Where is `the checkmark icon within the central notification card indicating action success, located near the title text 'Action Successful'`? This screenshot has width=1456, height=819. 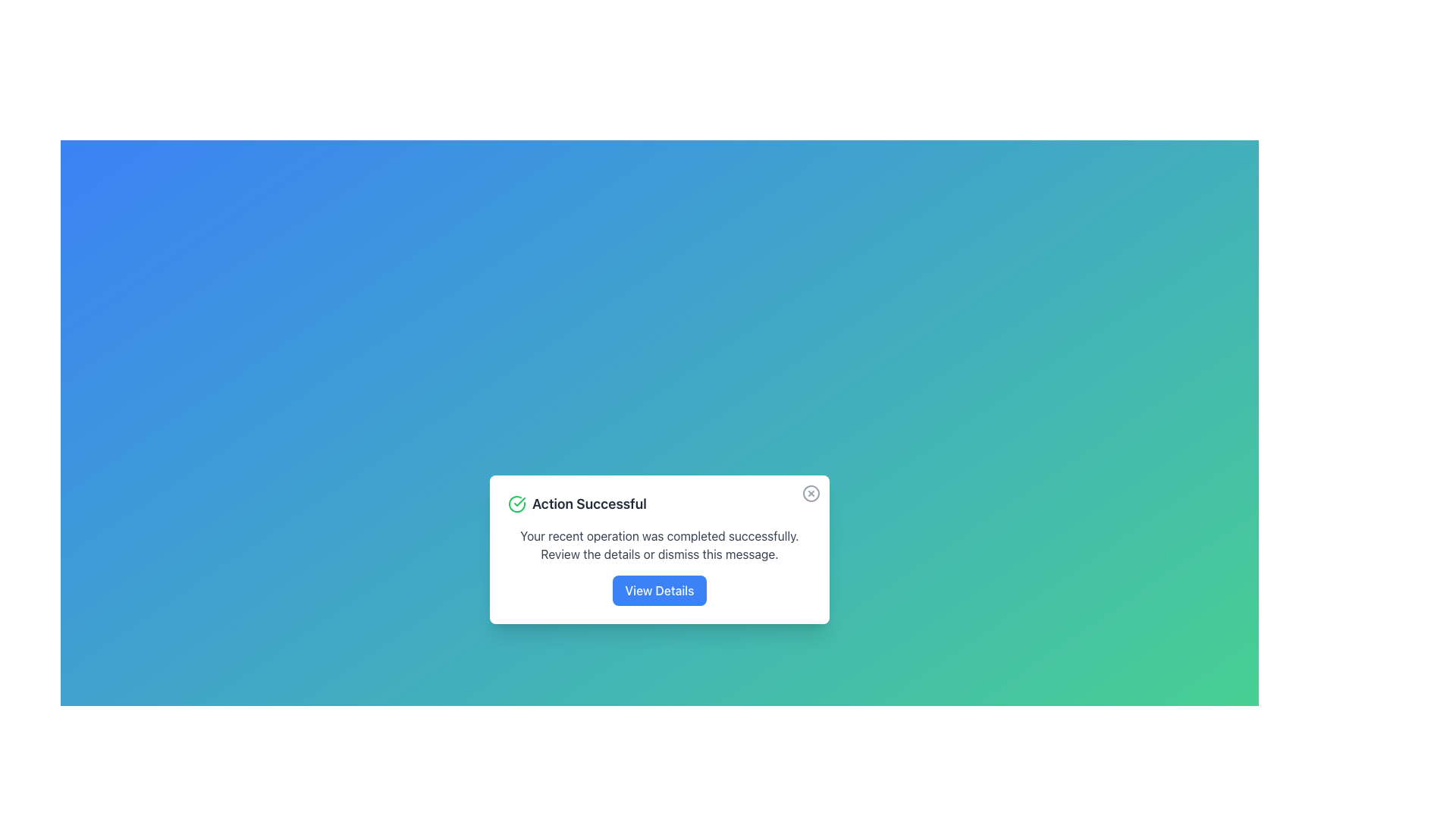 the checkmark icon within the central notification card indicating action success, located near the title text 'Action Successful' is located at coordinates (519, 502).